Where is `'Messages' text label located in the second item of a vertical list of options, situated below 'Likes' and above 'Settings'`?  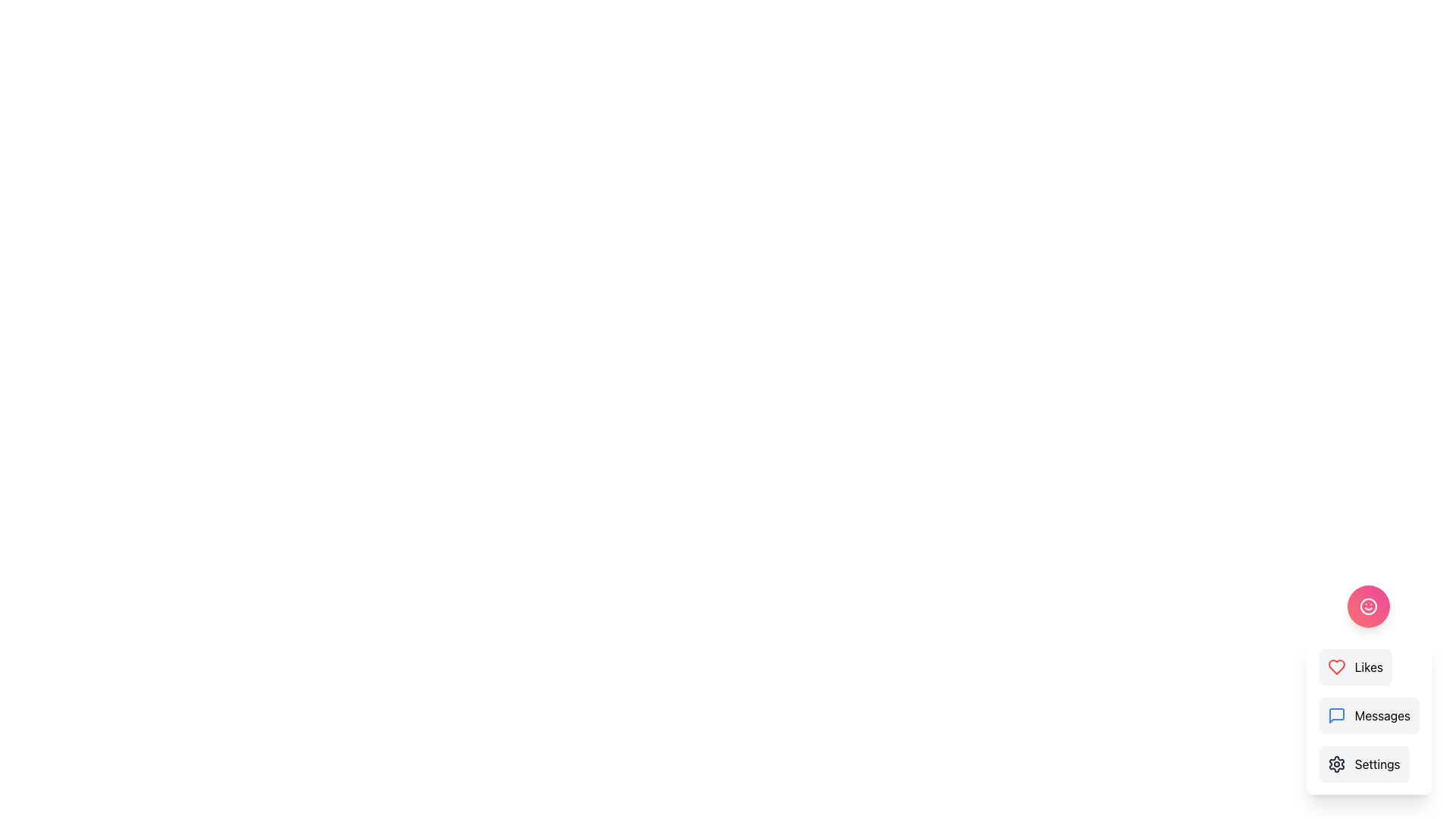
'Messages' text label located in the second item of a vertical list of options, situated below 'Likes' and above 'Settings' is located at coordinates (1382, 716).